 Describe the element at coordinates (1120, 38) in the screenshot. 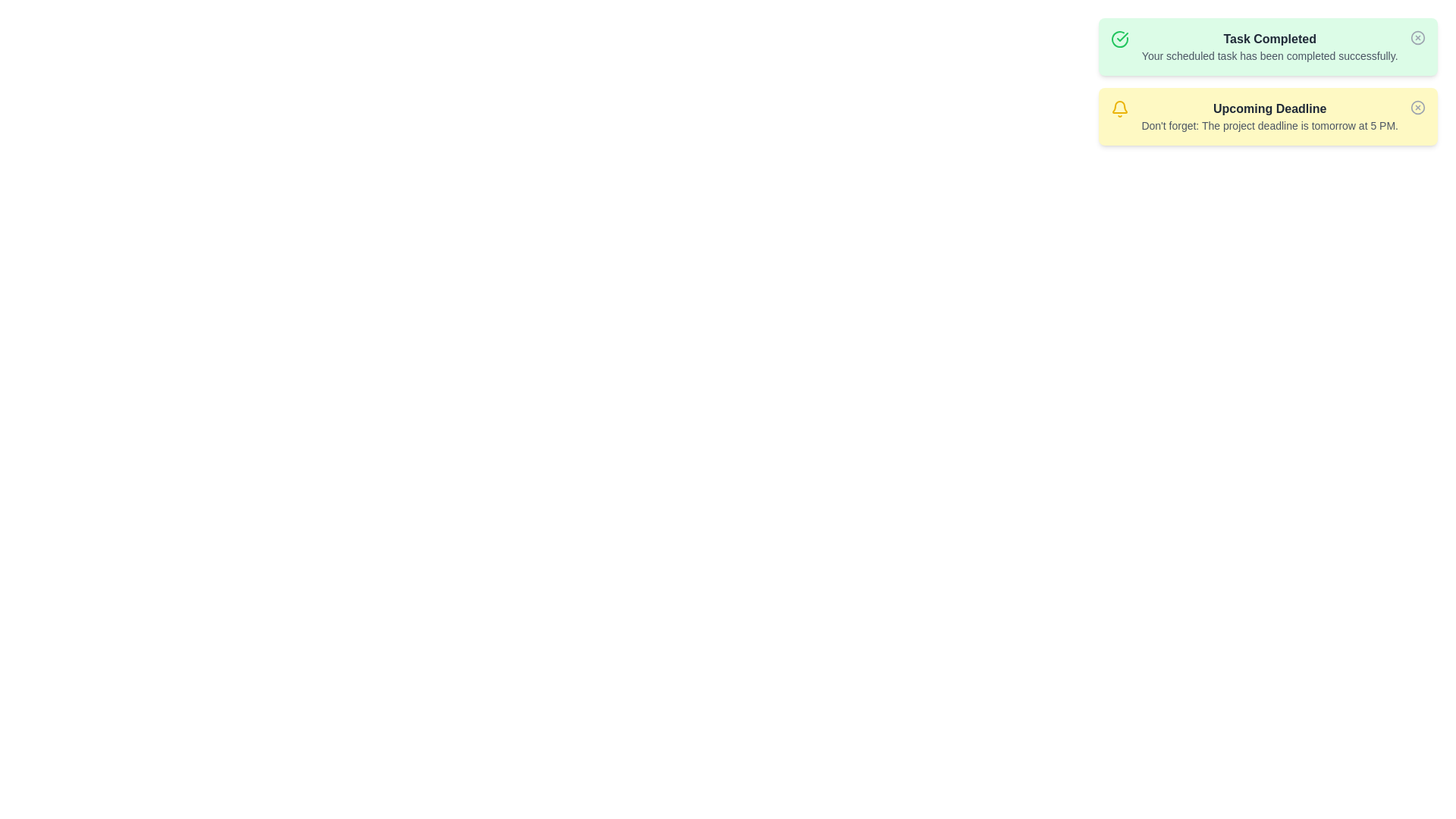

I see `the alert icon to observe its state` at that location.